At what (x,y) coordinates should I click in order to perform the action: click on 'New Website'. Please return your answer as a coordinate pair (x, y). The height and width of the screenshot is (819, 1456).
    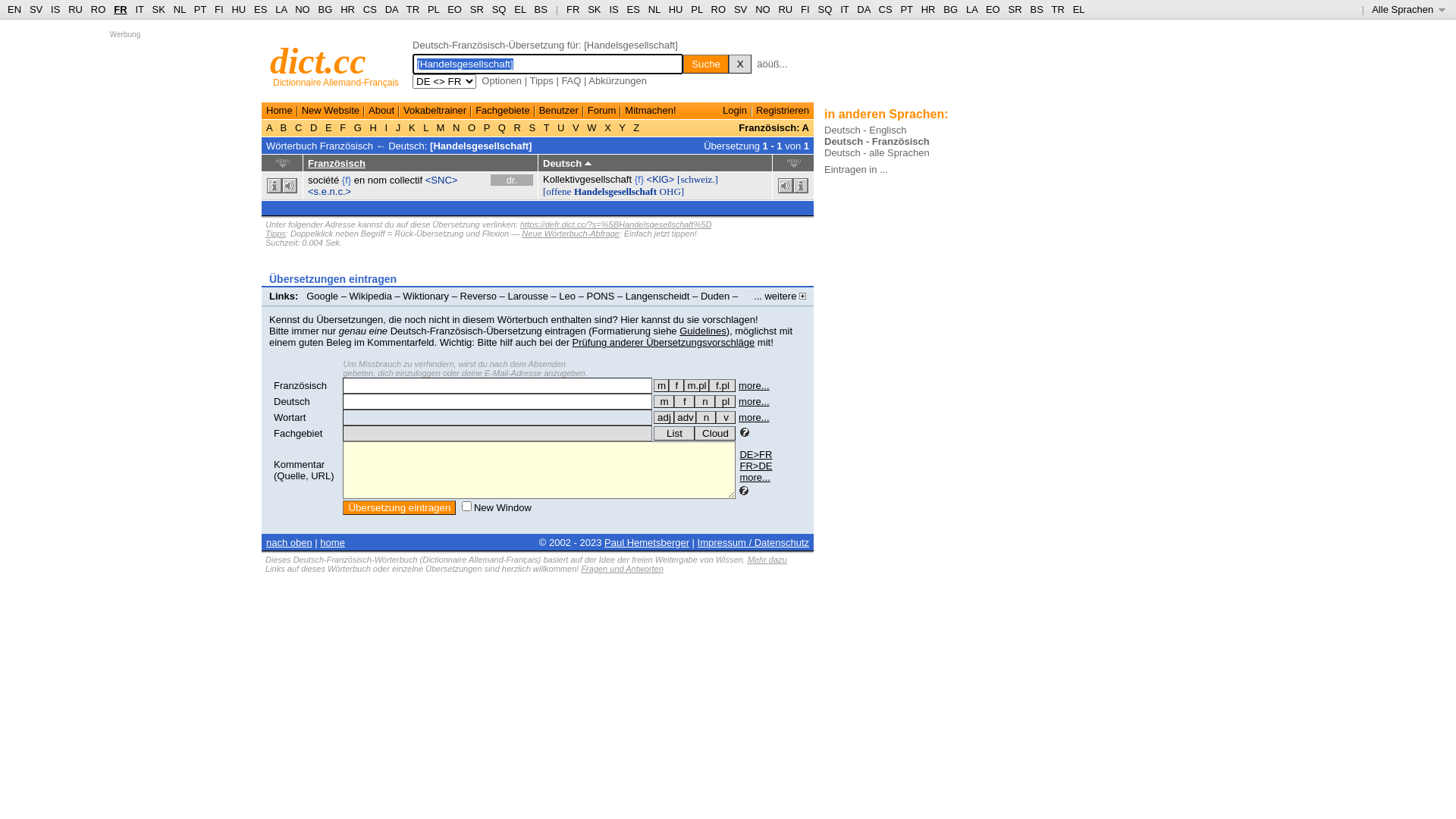
    Looking at the image, I should click on (330, 109).